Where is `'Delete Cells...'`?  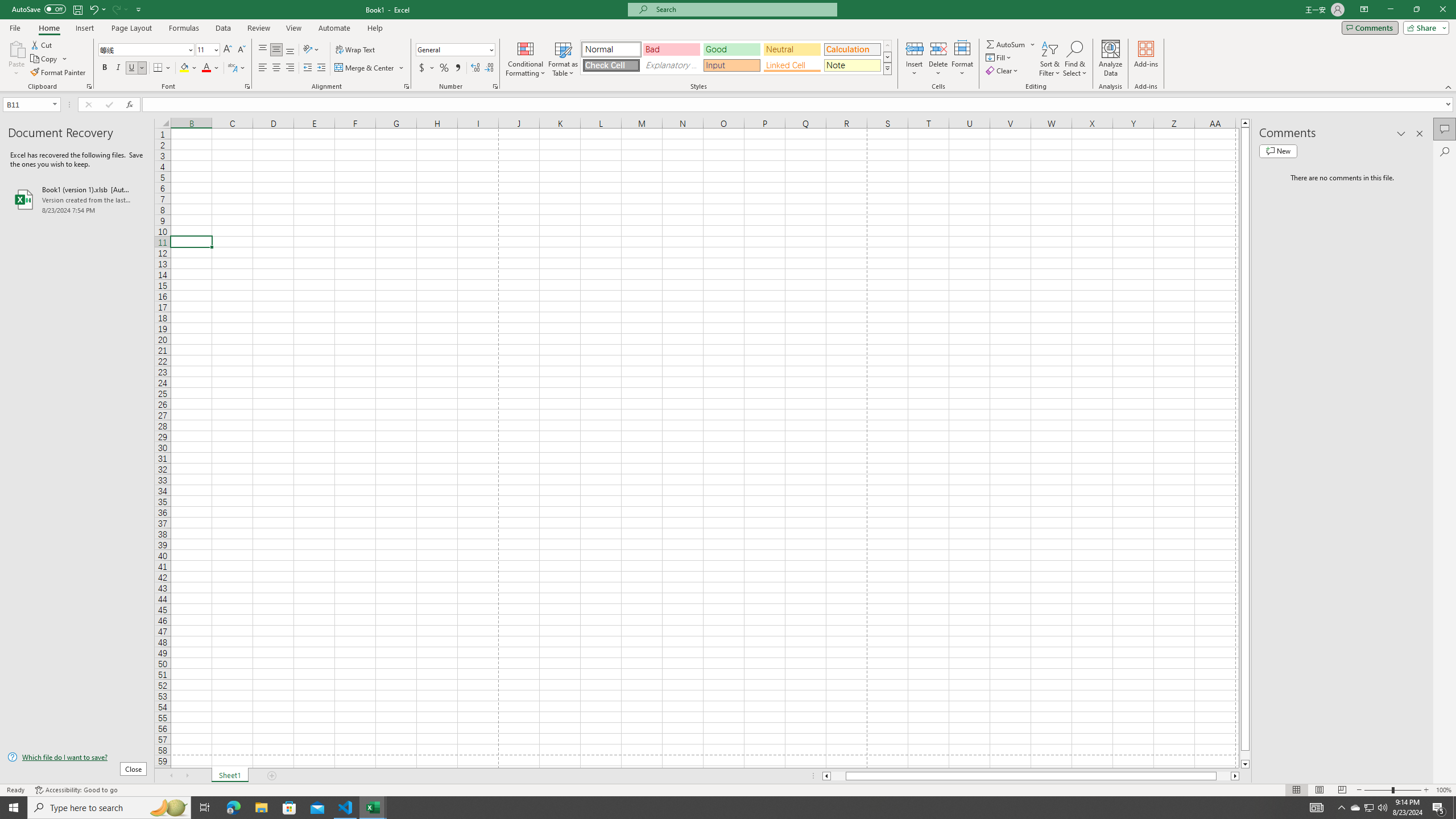 'Delete Cells...' is located at coordinates (937, 48).